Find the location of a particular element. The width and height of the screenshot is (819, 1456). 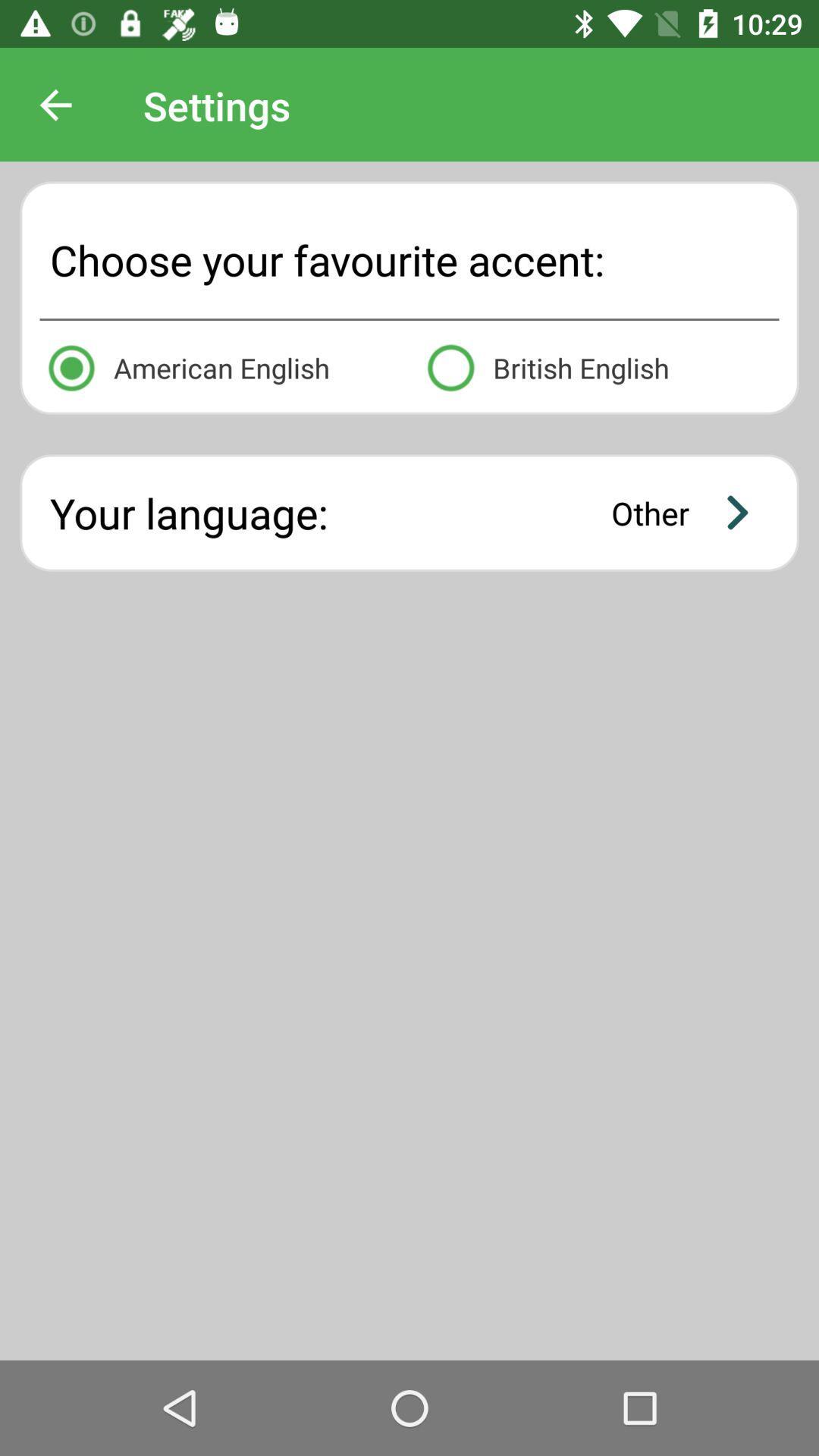

the icon next to the american english item is located at coordinates (598, 365).